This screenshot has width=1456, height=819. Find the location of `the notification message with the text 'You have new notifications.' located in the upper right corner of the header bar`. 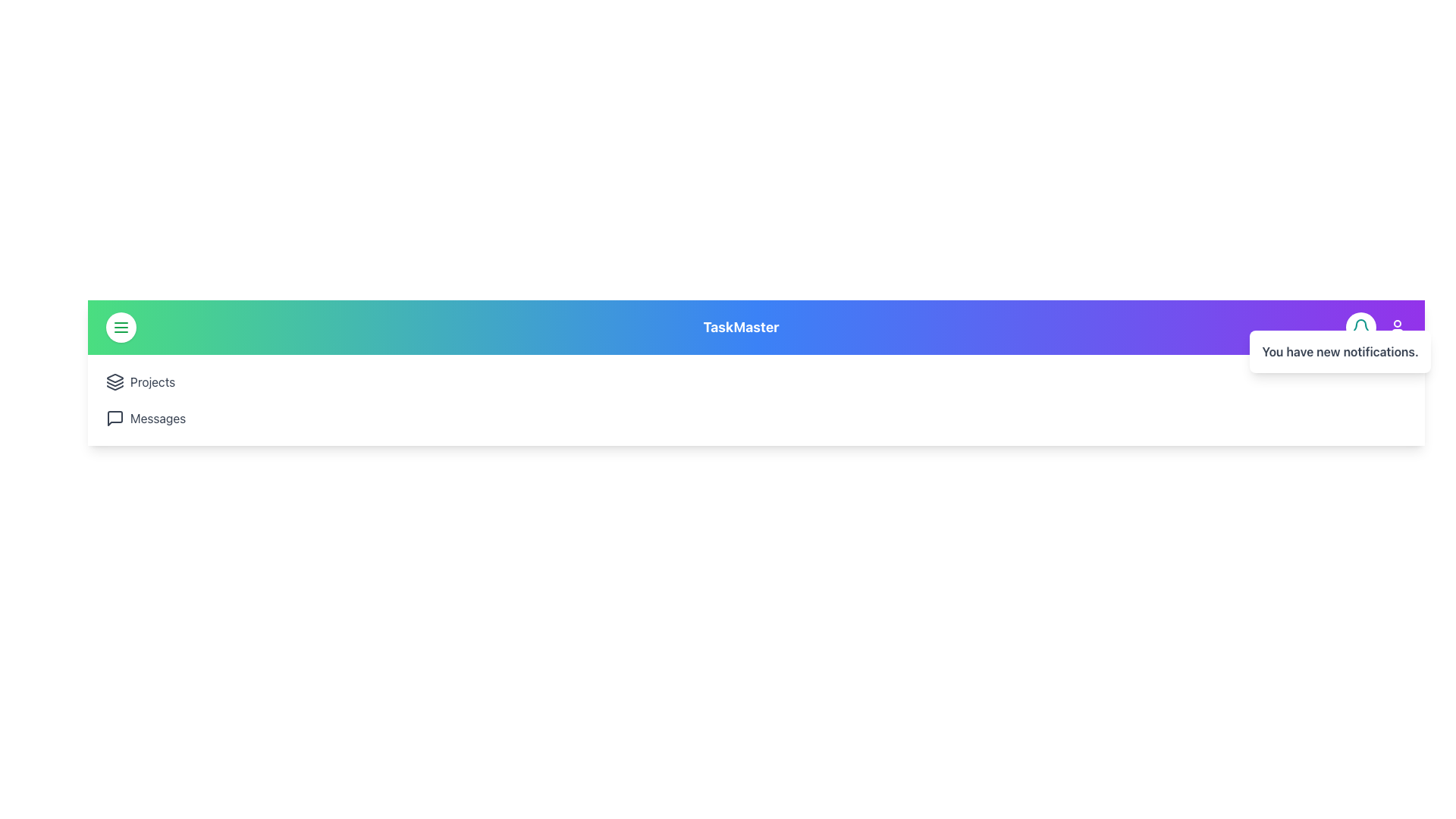

the notification message with the text 'You have new notifications.' located in the upper right corner of the header bar is located at coordinates (1340, 351).